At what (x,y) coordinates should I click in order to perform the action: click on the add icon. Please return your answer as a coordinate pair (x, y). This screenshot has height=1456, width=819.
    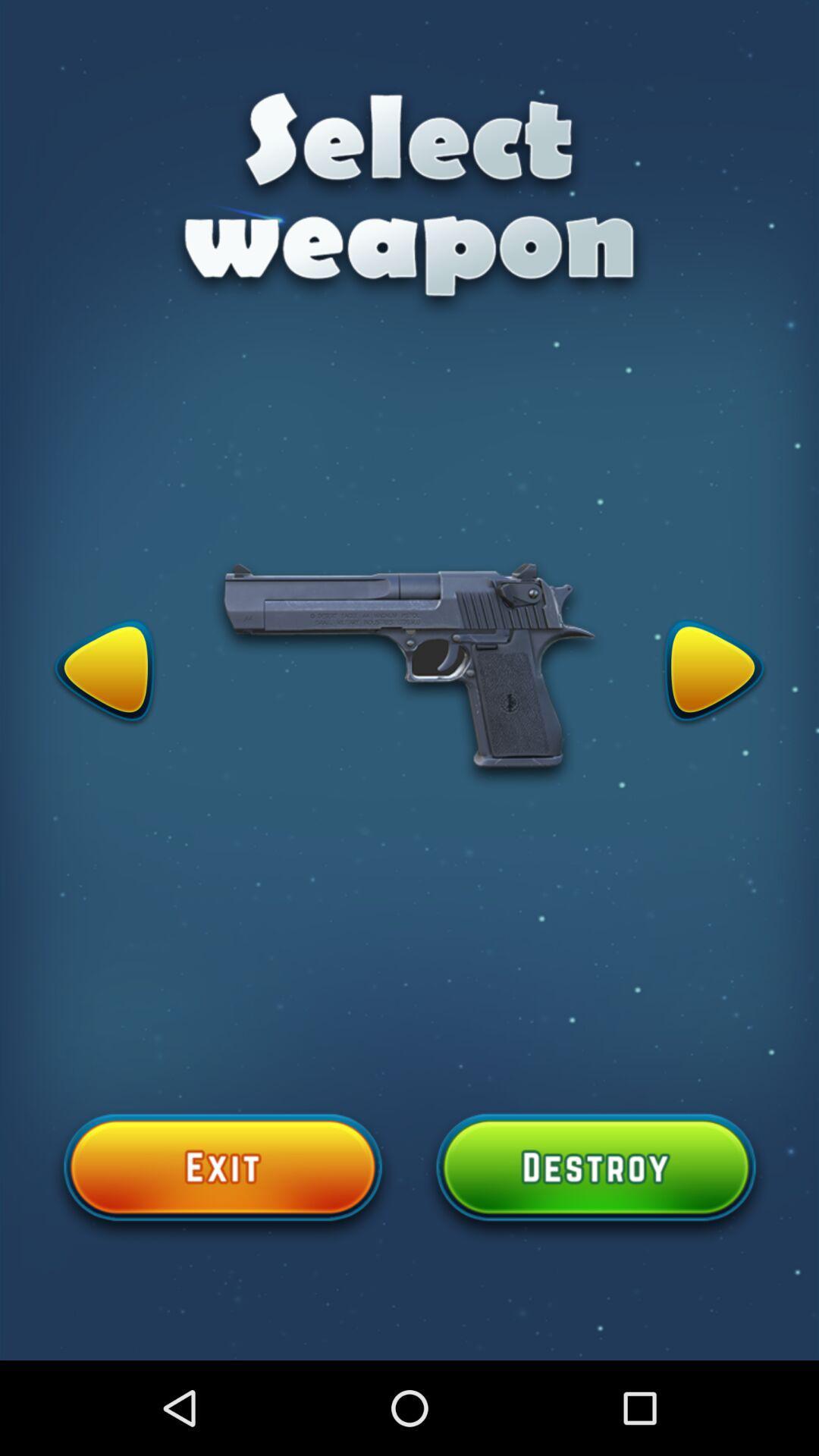
    Looking at the image, I should click on (222, 1259).